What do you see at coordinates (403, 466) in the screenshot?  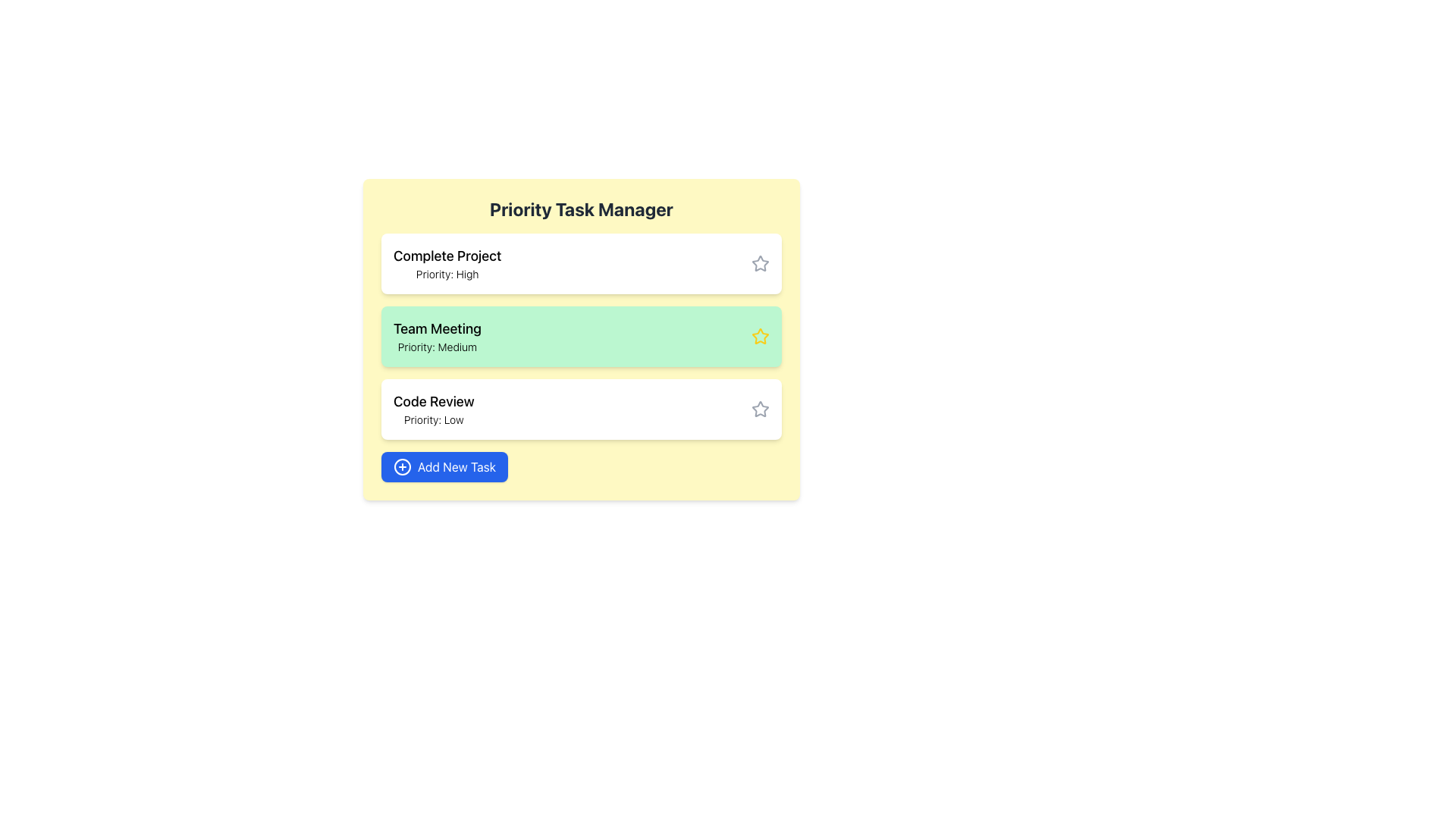 I see `the SVG Circle graphical element within the bottom-most blue button labeled 'Add New Task', which is part of an icon for task creation` at bounding box center [403, 466].